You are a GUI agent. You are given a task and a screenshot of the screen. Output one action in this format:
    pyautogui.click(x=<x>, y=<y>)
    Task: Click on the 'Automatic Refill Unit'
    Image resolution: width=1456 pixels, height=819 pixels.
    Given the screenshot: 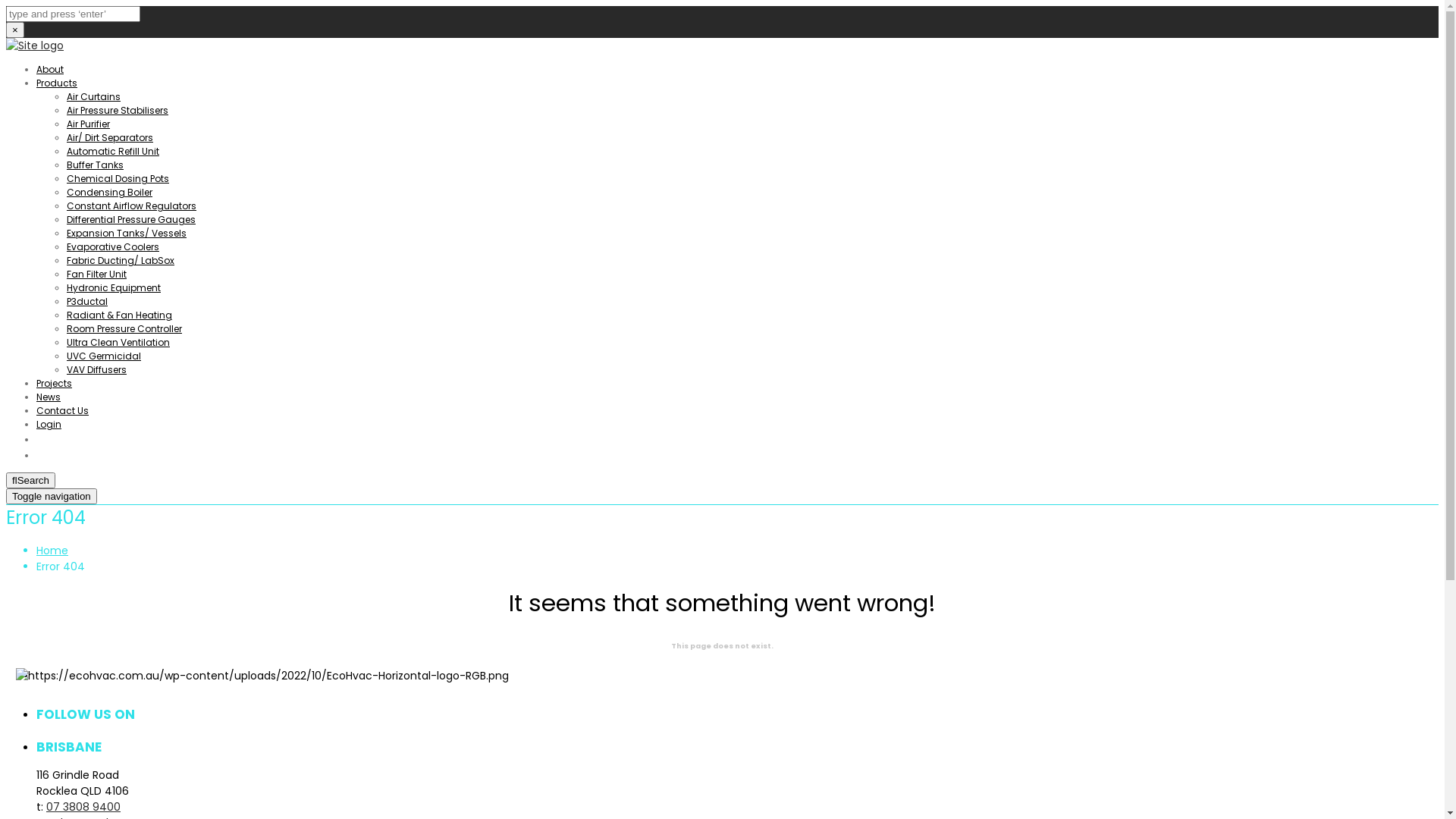 What is the action you would take?
    pyautogui.click(x=65, y=151)
    